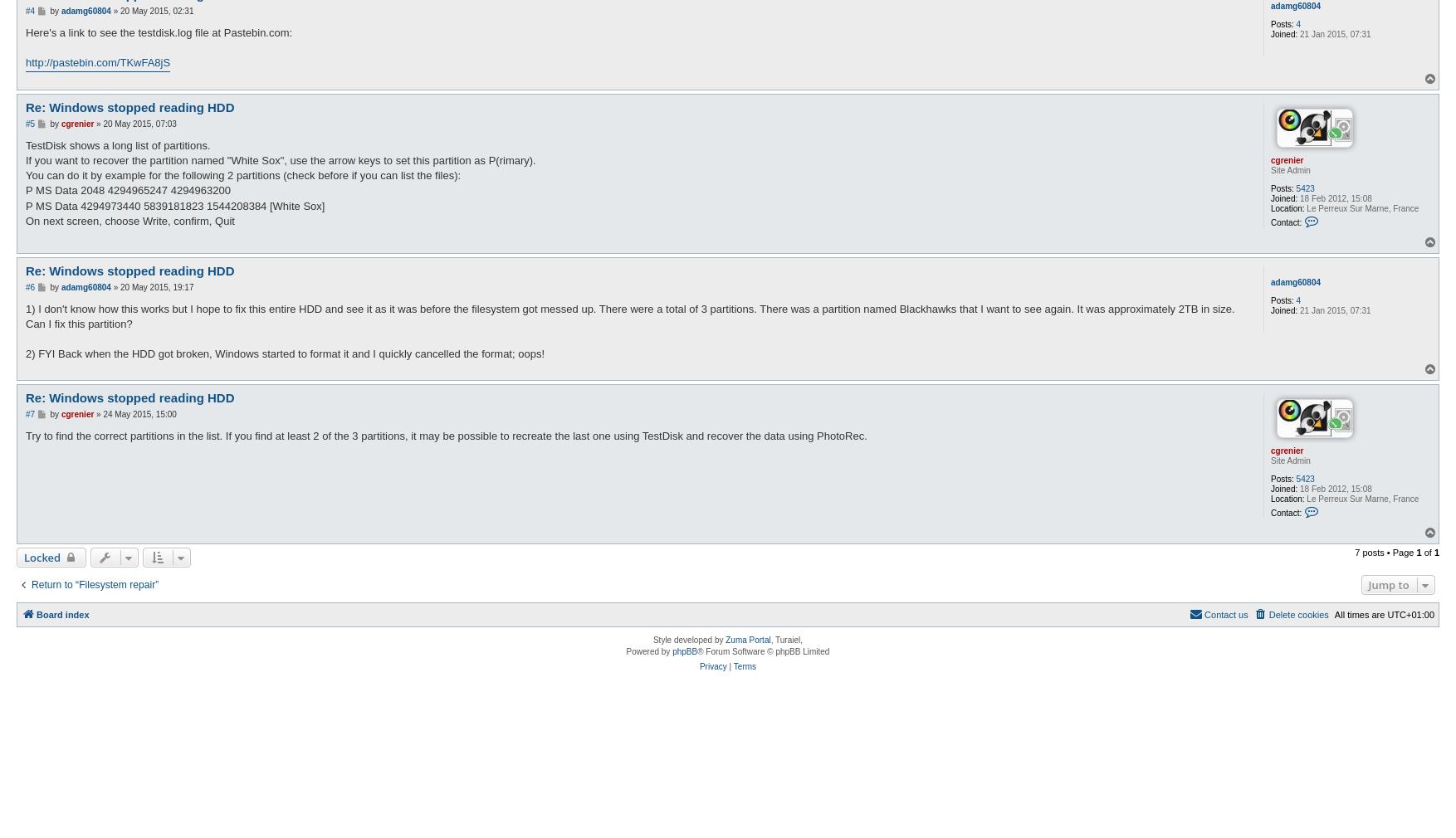 The height and width of the screenshot is (838, 1456). I want to click on '#7', so click(30, 413).